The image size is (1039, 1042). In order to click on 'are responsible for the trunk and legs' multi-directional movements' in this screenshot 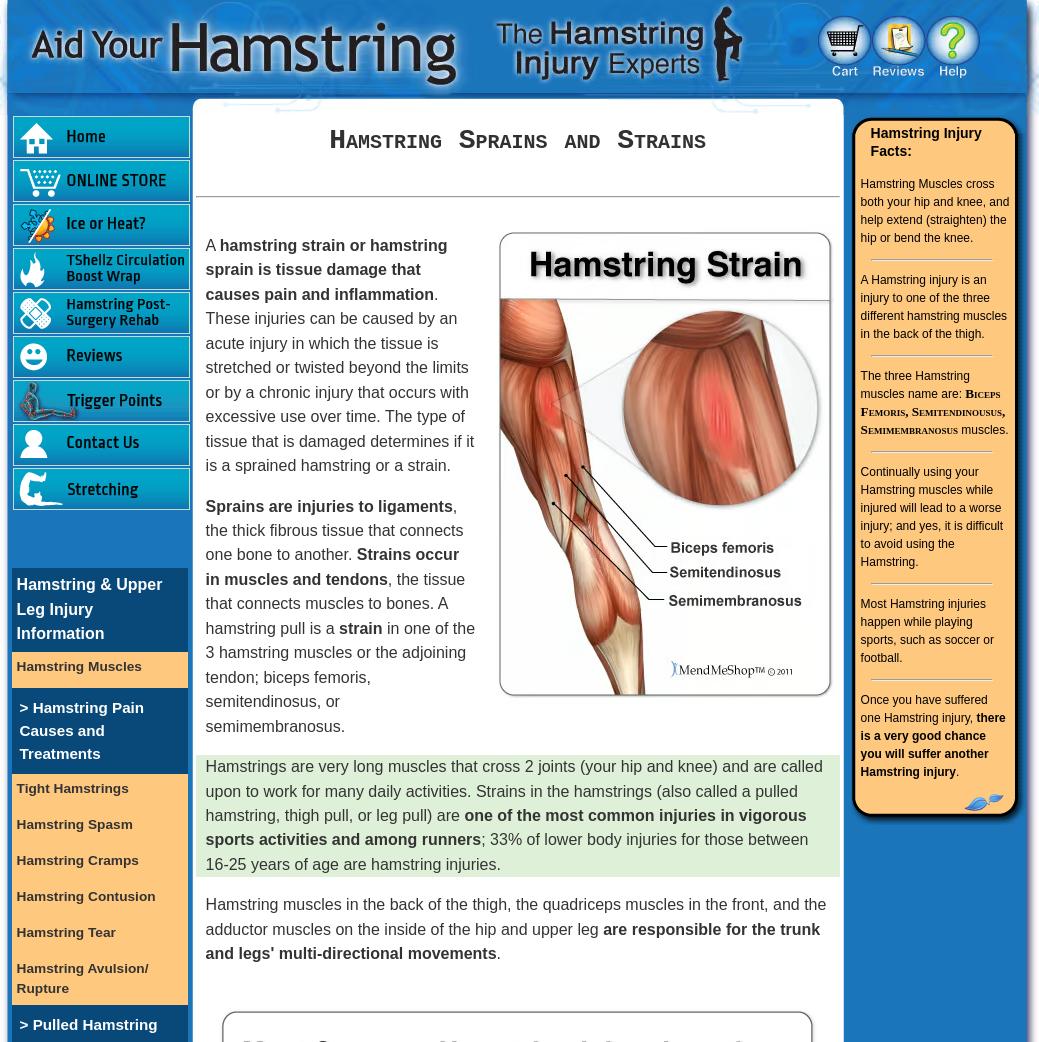, I will do `click(511, 940)`.